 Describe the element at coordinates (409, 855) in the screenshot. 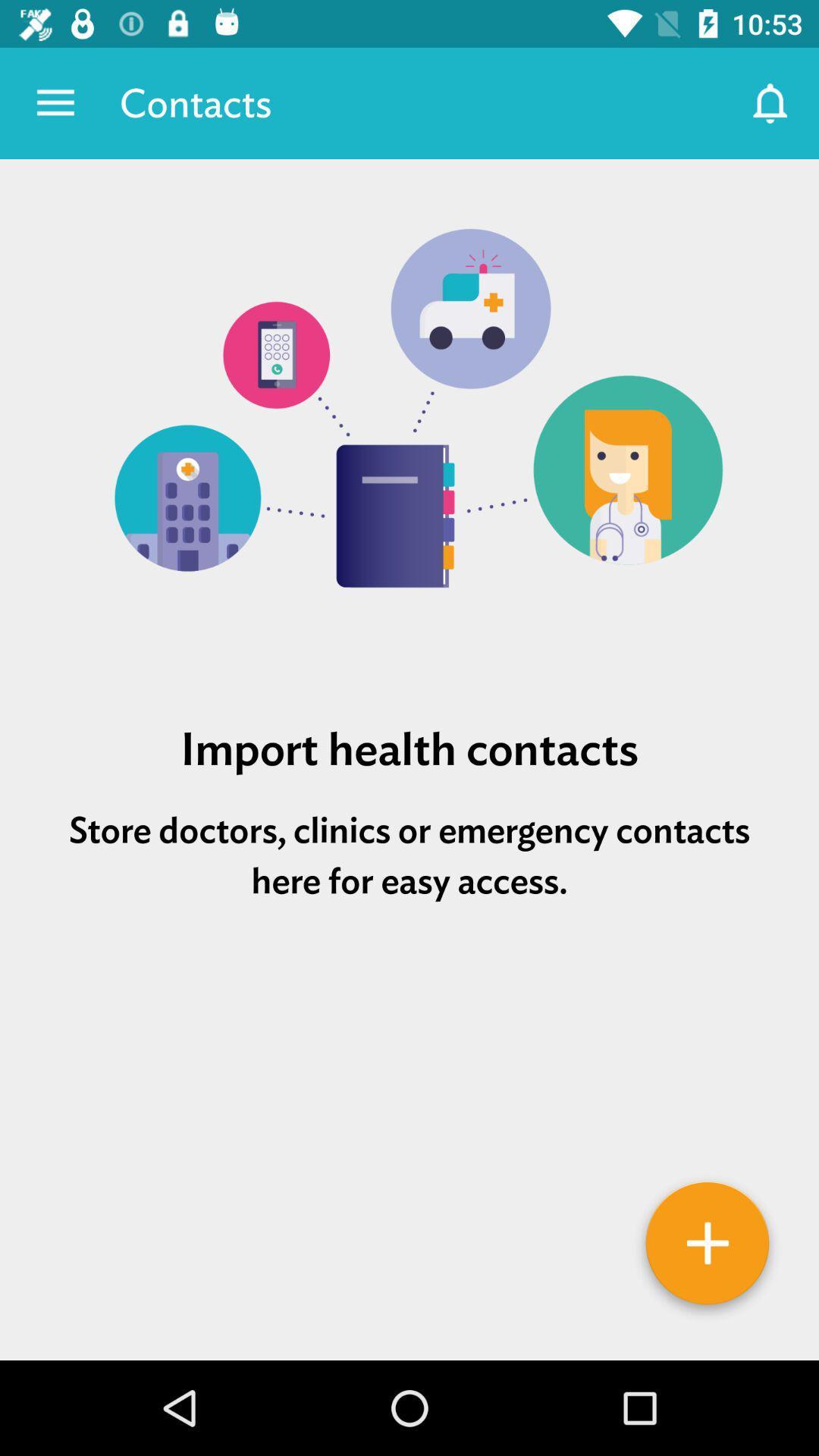

I see `the store doctors clinics icon` at that location.